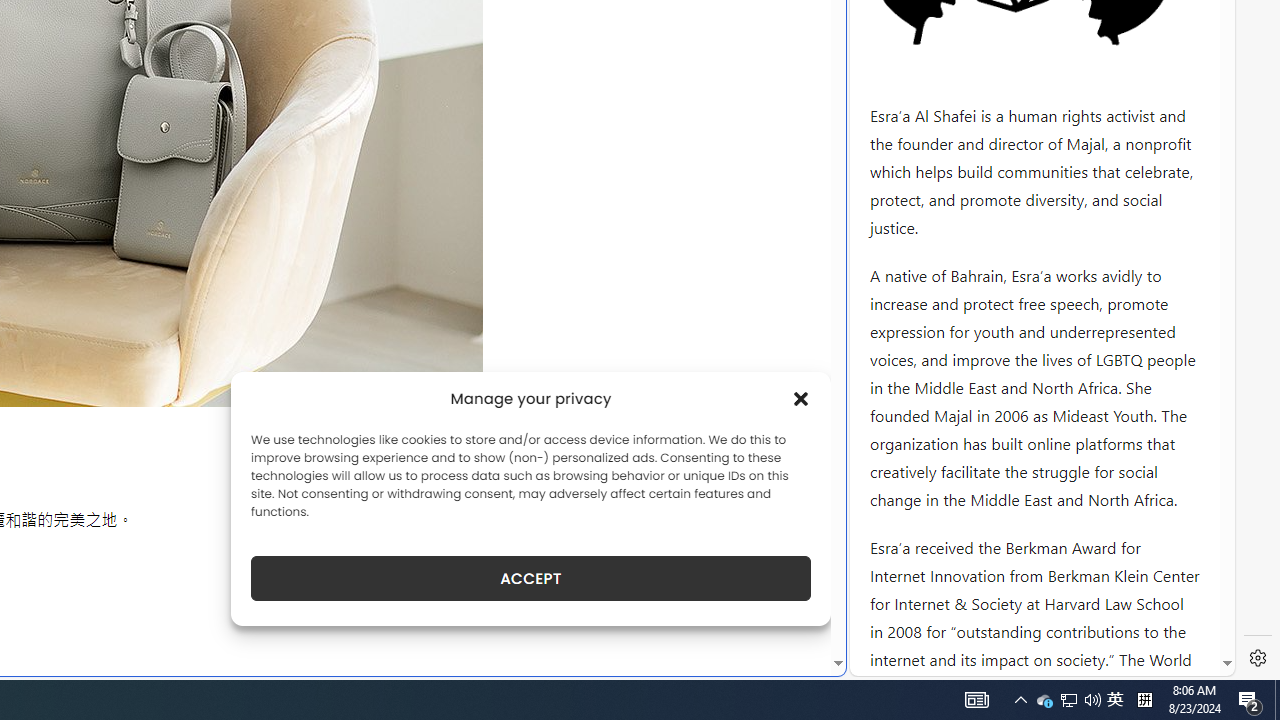 The height and width of the screenshot is (720, 1280). Describe the element at coordinates (801, 398) in the screenshot. I see `'Class: cmplz-close'` at that location.